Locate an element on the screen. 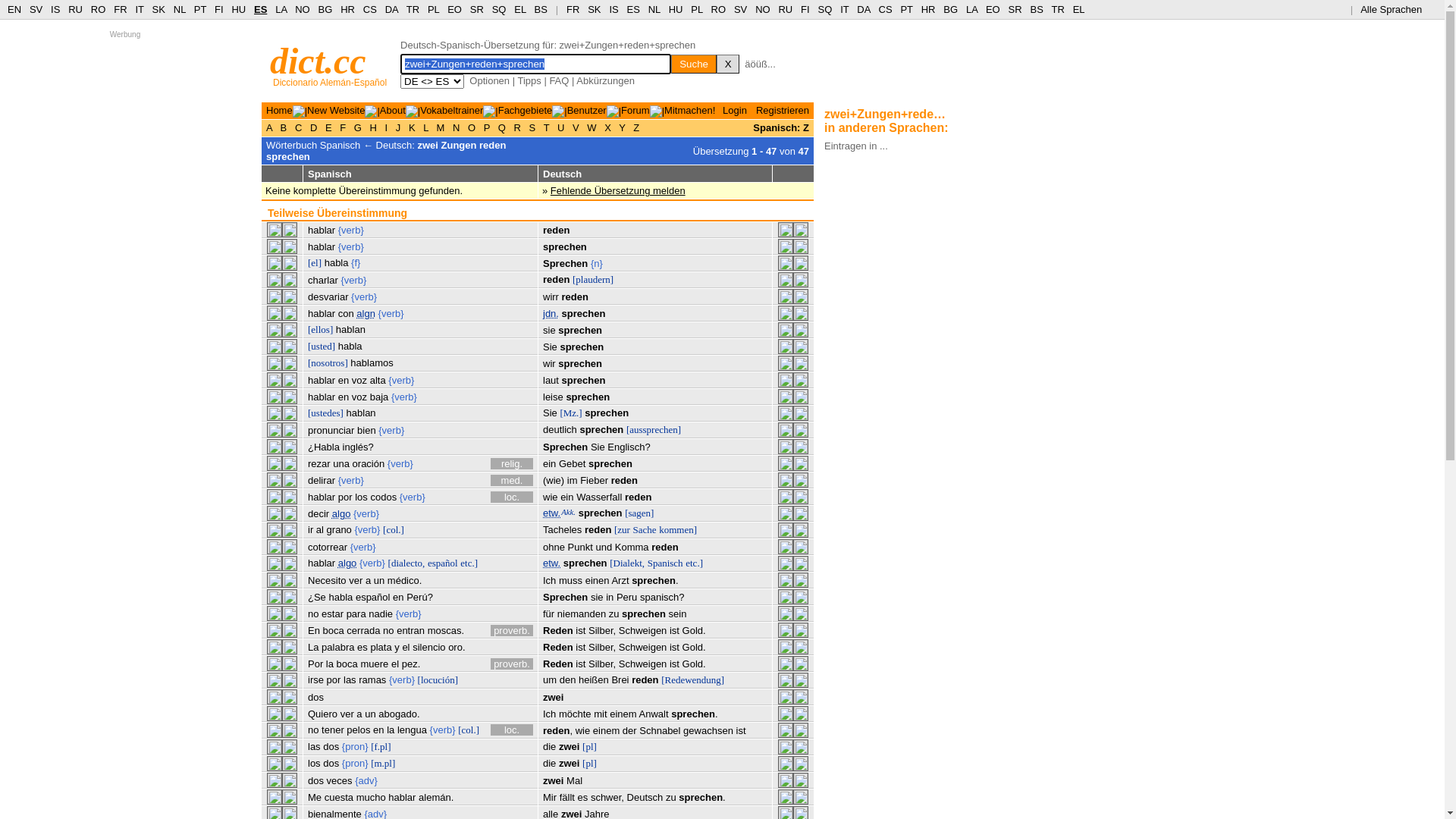 The image size is (1456, 819). 'Spanisch: Z' is located at coordinates (781, 127).